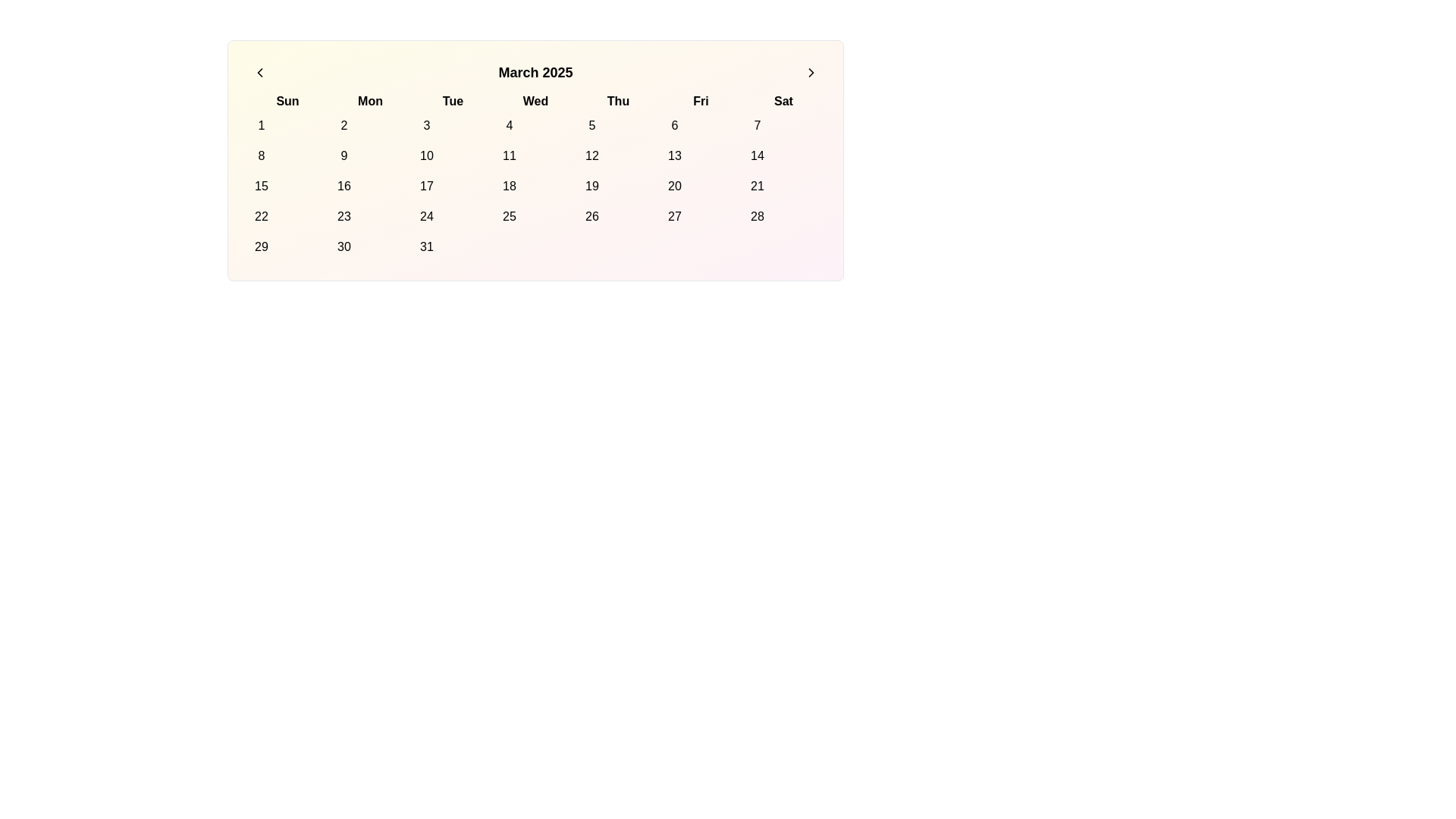 The width and height of the screenshot is (1456, 819). Describe the element at coordinates (757, 124) in the screenshot. I see `the selectable button representing the 7th day of the month in the calendar interface to change its background color` at that location.